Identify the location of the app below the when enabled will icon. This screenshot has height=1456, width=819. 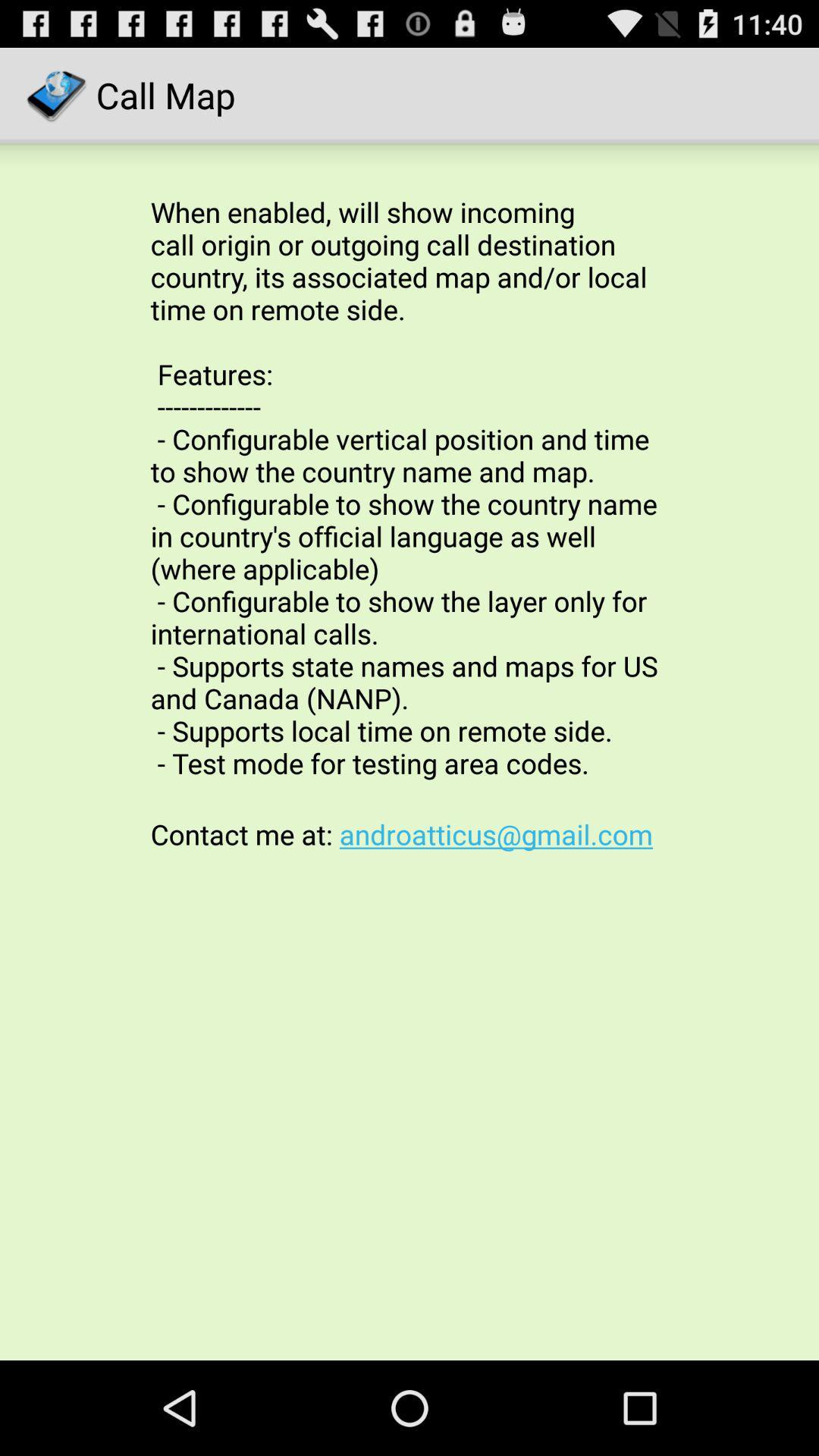
(409, 833).